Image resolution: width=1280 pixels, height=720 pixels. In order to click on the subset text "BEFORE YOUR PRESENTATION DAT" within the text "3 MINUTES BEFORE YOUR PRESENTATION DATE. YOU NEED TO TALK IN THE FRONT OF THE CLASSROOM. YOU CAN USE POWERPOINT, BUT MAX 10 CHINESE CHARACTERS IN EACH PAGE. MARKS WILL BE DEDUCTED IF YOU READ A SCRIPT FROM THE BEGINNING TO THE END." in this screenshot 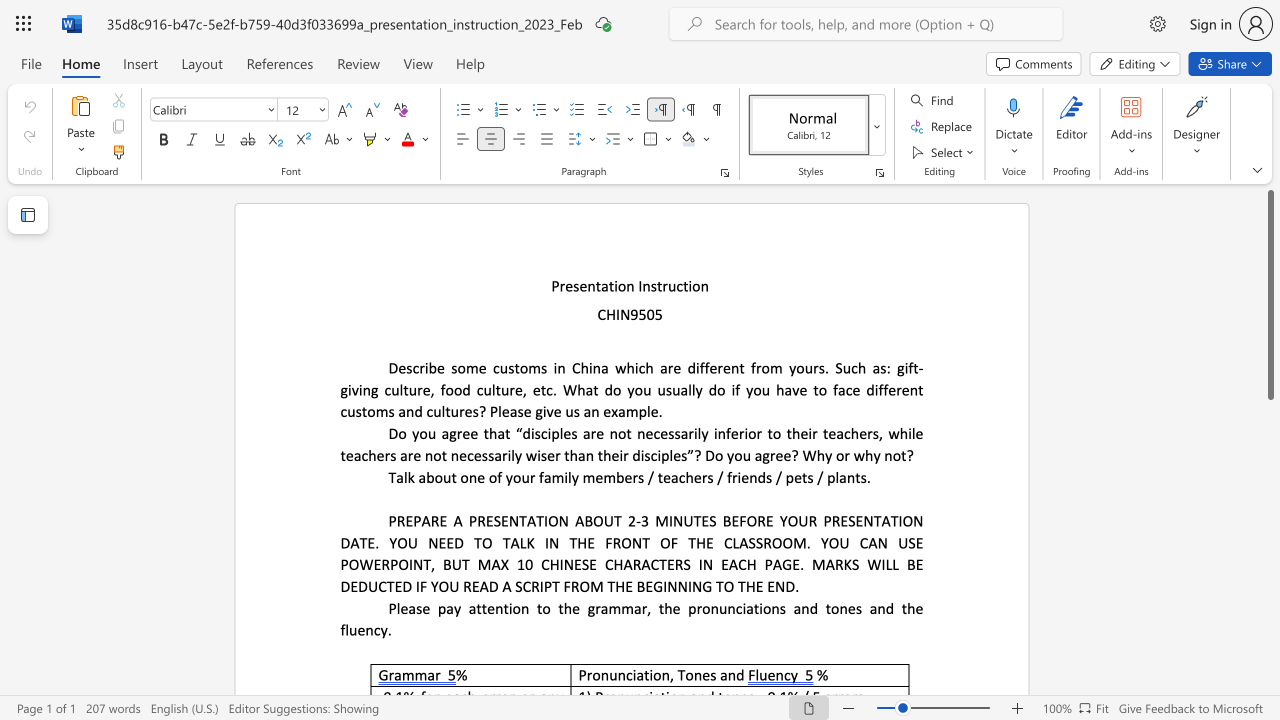, I will do `click(721, 520)`.